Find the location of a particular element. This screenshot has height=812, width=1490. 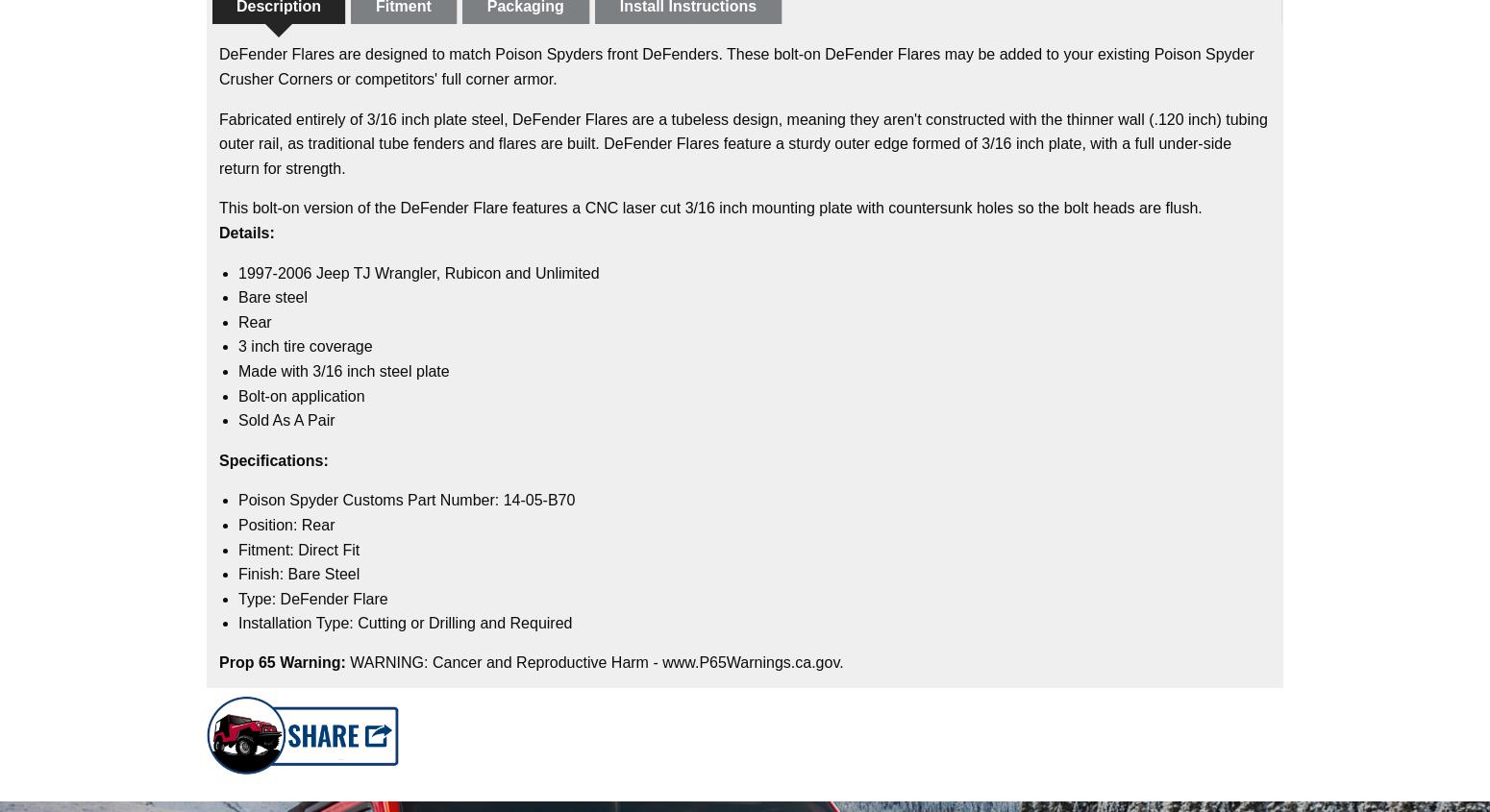

'WARNING:  Cancer and Reproductive Harm - www.P65Warnings.ca.gov.' is located at coordinates (596, 660).